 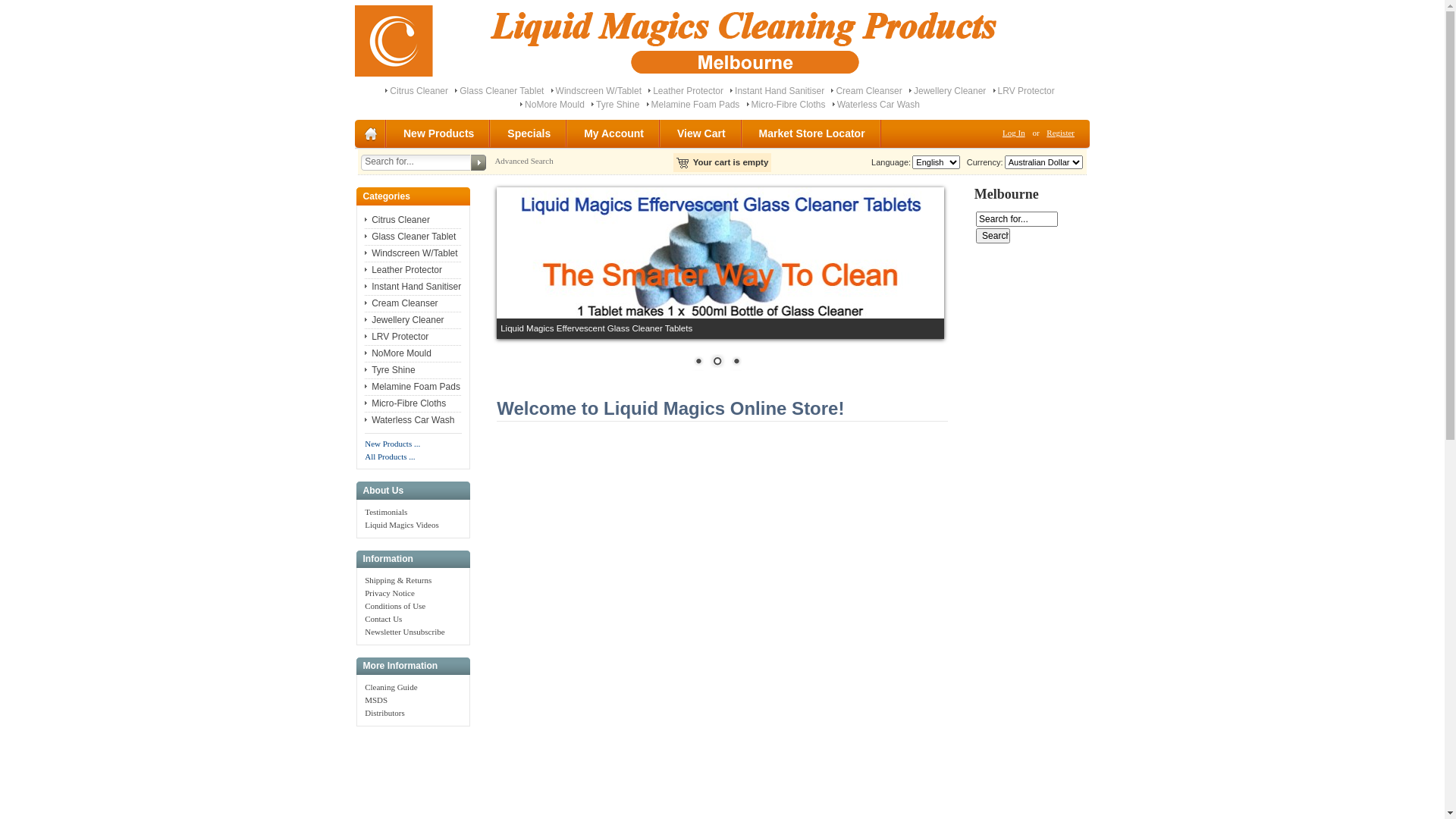 I want to click on 'Instant Hand Sanitiser', so click(x=413, y=287).